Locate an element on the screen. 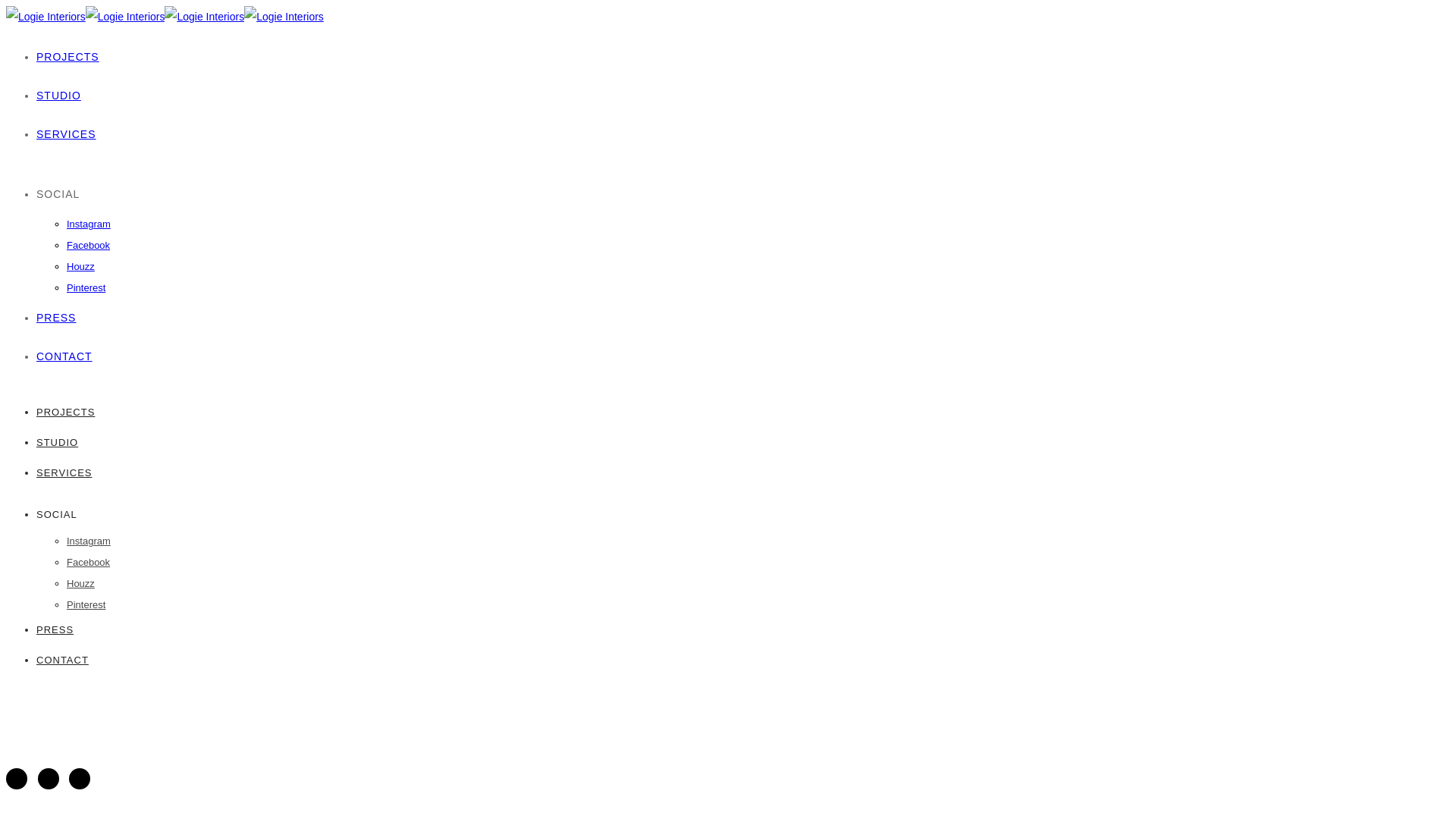 The image size is (1456, 819). 'Facebook' is located at coordinates (87, 244).